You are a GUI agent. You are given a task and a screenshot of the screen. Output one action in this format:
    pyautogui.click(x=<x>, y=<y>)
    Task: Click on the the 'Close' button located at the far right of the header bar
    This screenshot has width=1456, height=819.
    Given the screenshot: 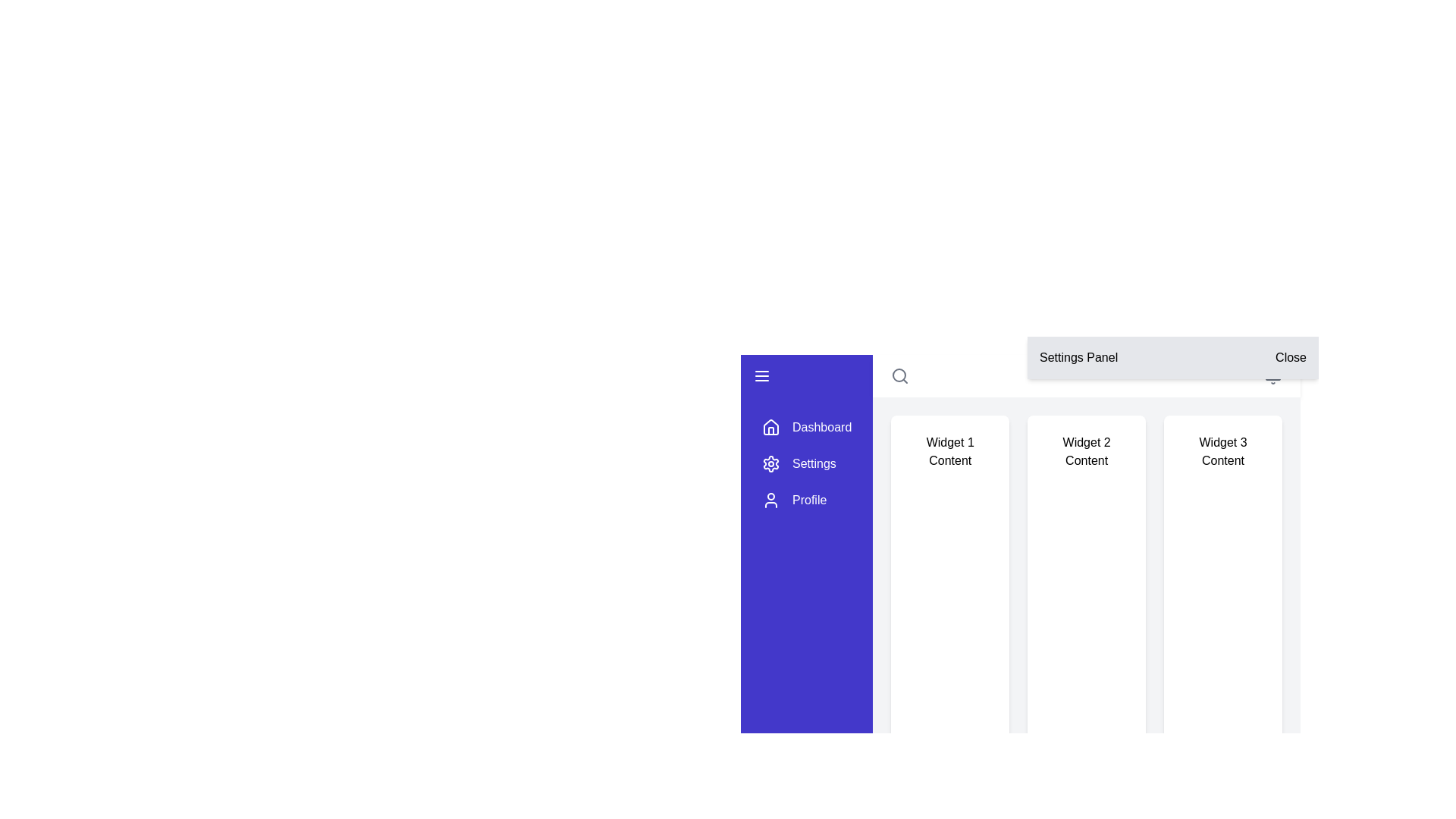 What is the action you would take?
    pyautogui.click(x=1290, y=357)
    